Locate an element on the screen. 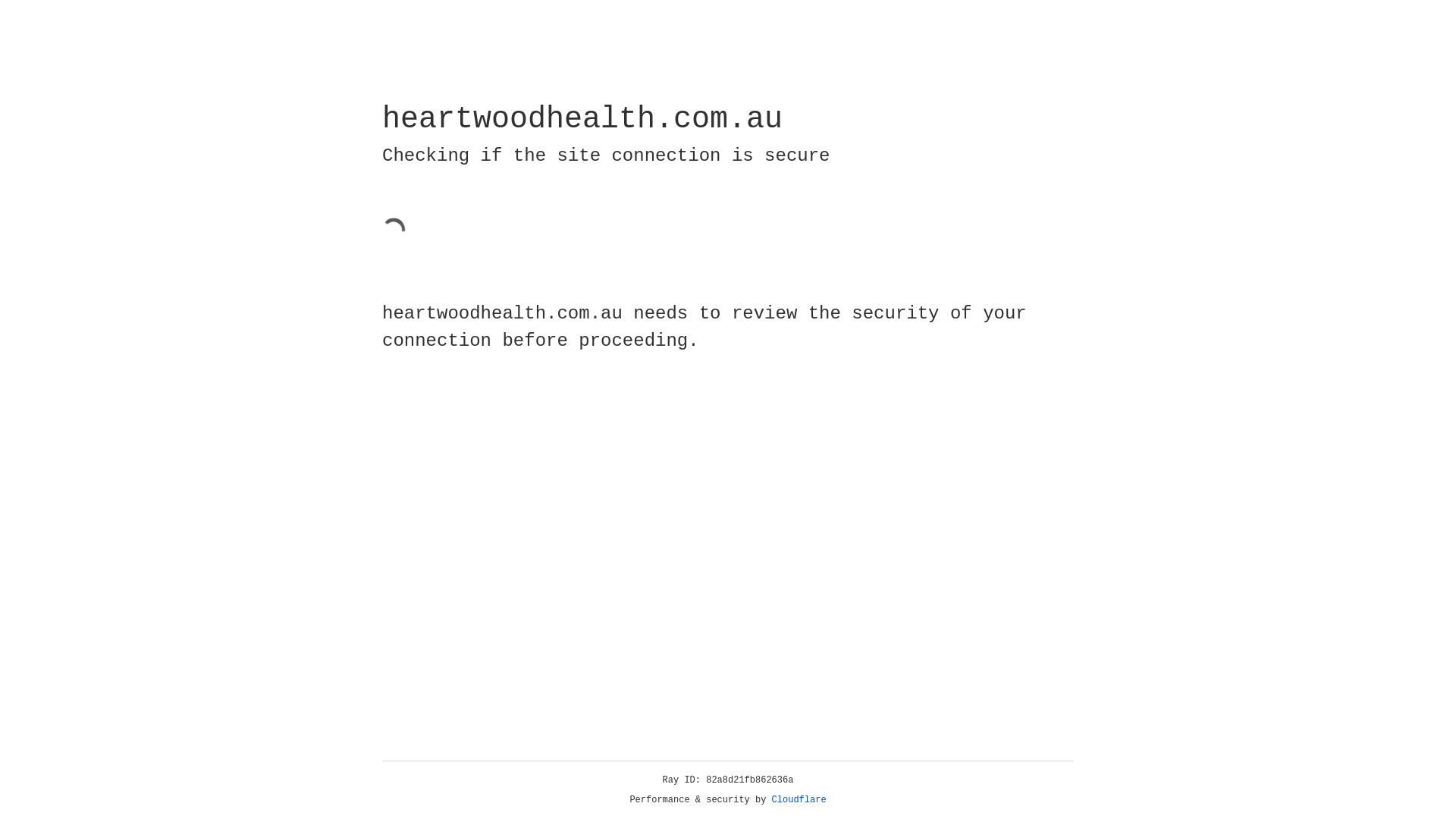 The height and width of the screenshot is (819, 1456). 'Cloudflare' is located at coordinates (799, 799).